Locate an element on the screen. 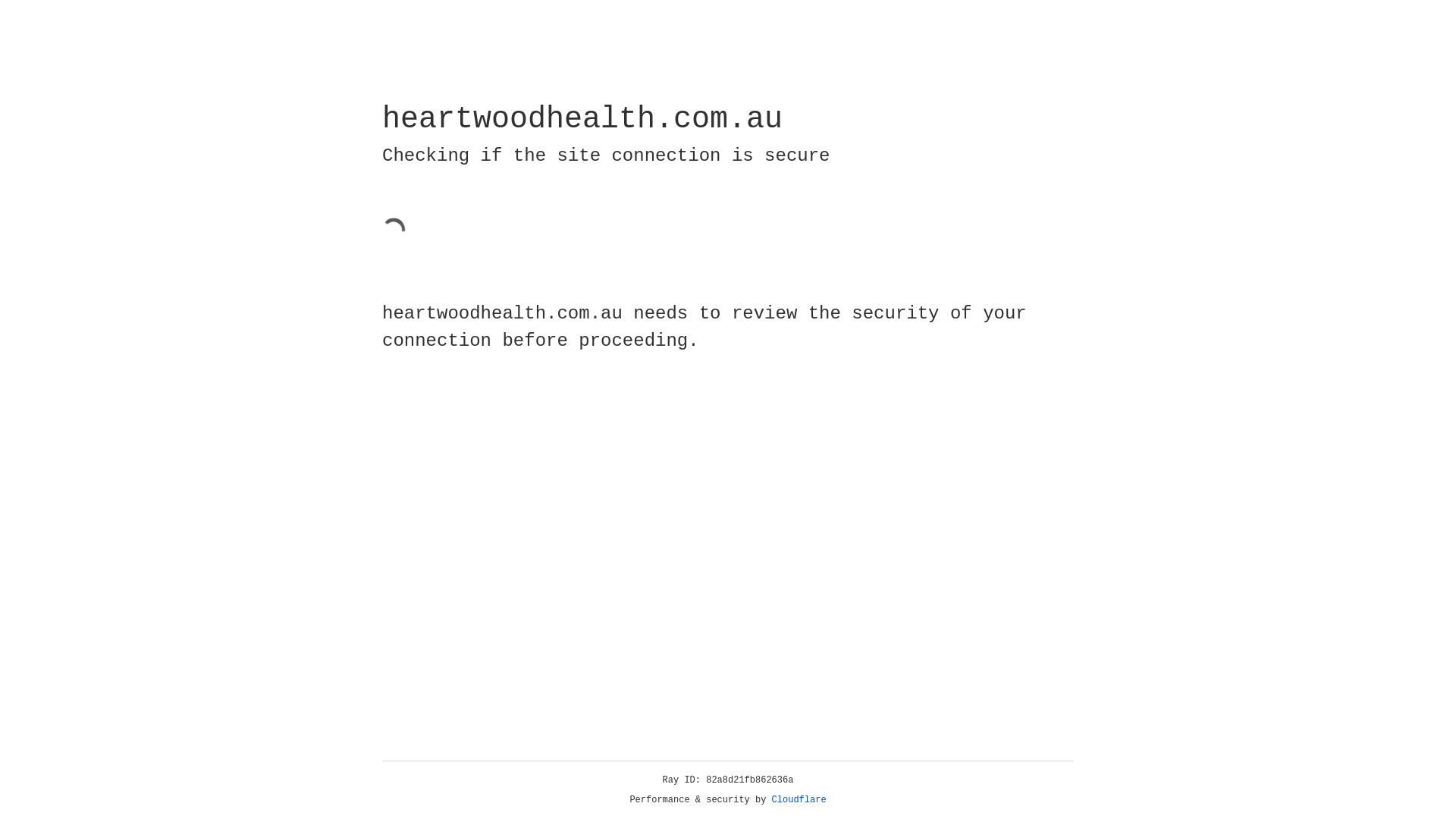 The height and width of the screenshot is (819, 1456). 'Cloudflare' is located at coordinates (799, 799).